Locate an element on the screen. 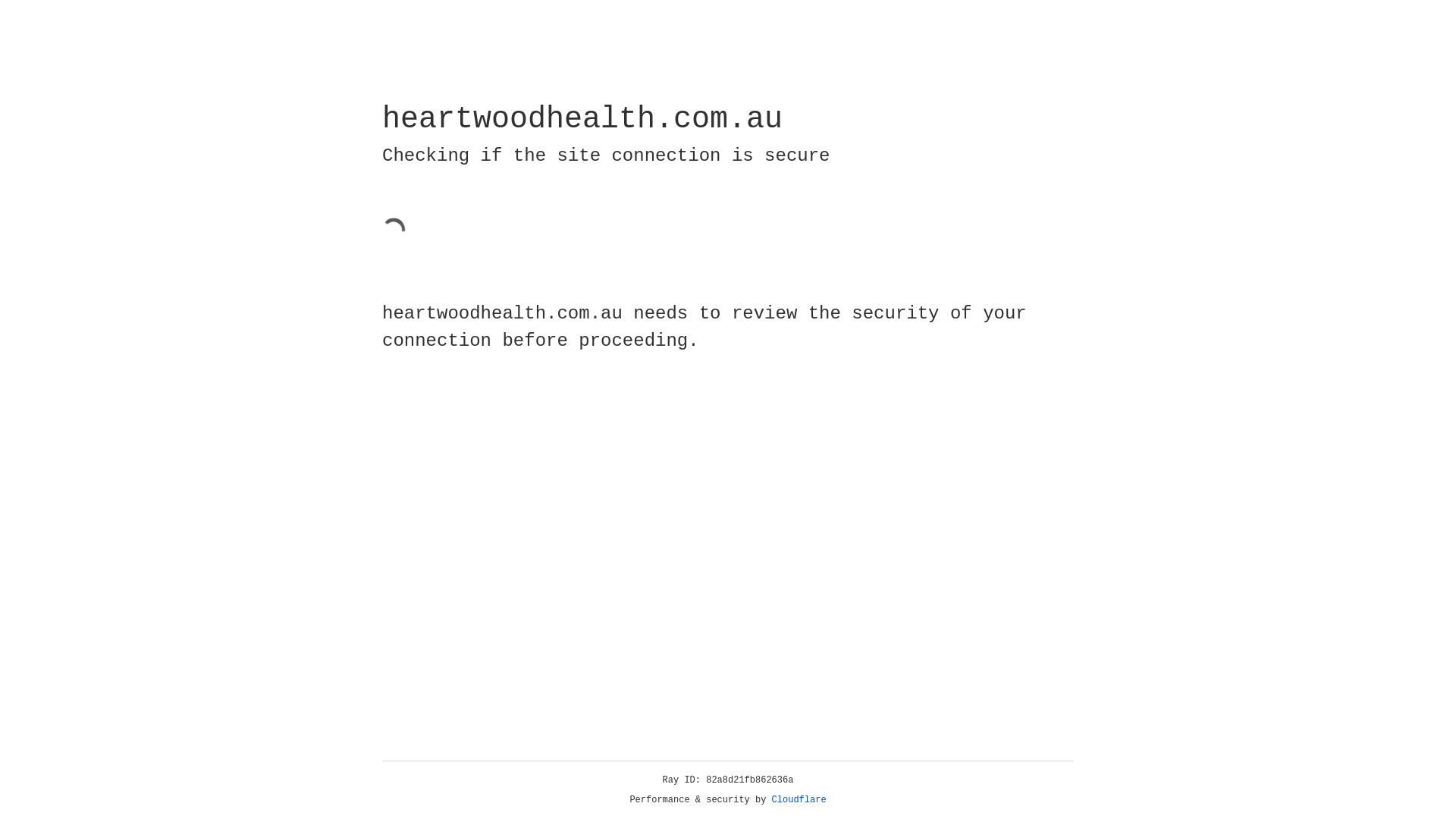 The height and width of the screenshot is (819, 1456). 'Cloudflare' is located at coordinates (799, 799).